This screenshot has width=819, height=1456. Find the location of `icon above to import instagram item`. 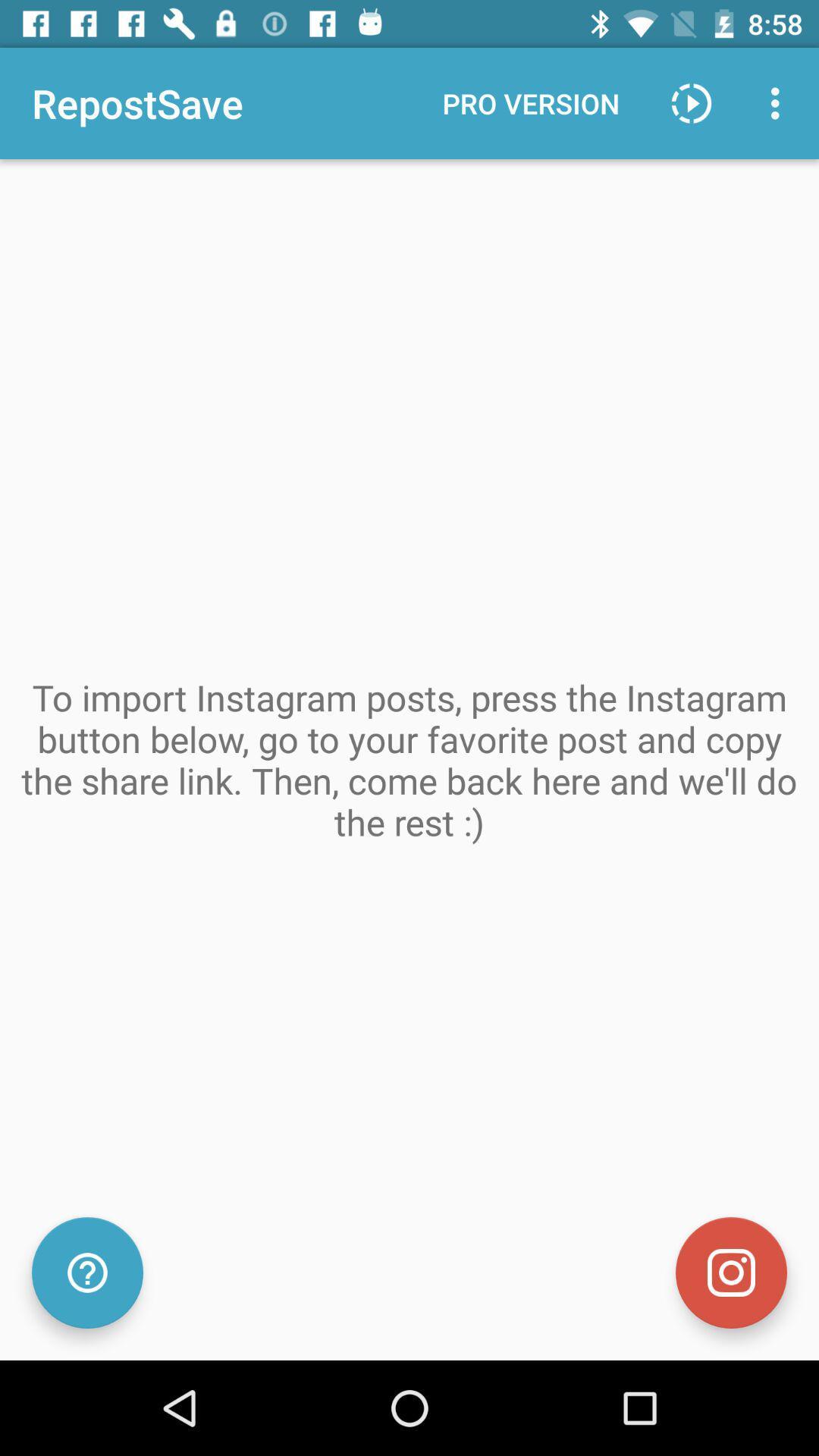

icon above to import instagram item is located at coordinates (779, 102).